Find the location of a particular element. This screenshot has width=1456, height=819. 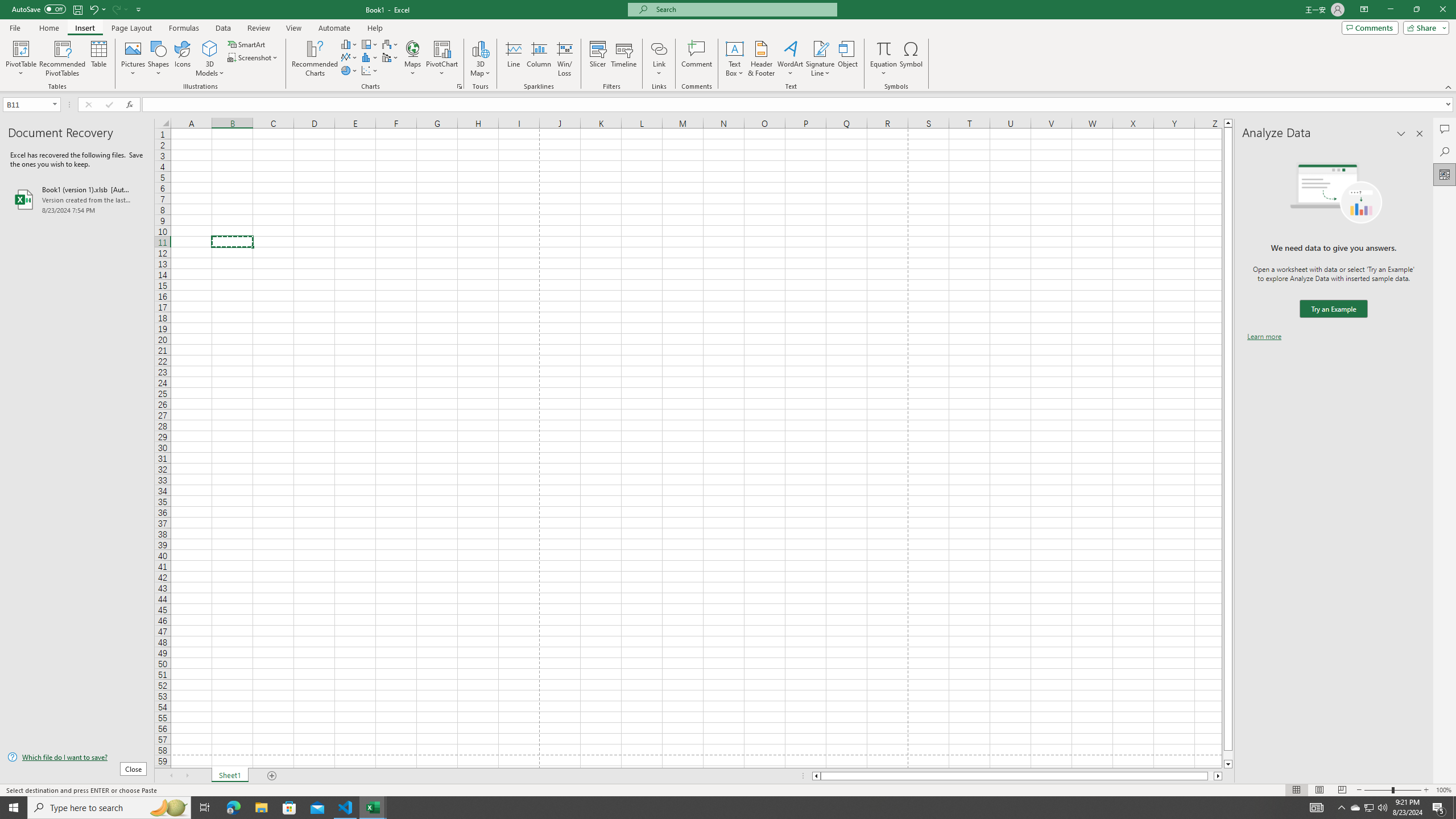

'Equation' is located at coordinates (883, 59).